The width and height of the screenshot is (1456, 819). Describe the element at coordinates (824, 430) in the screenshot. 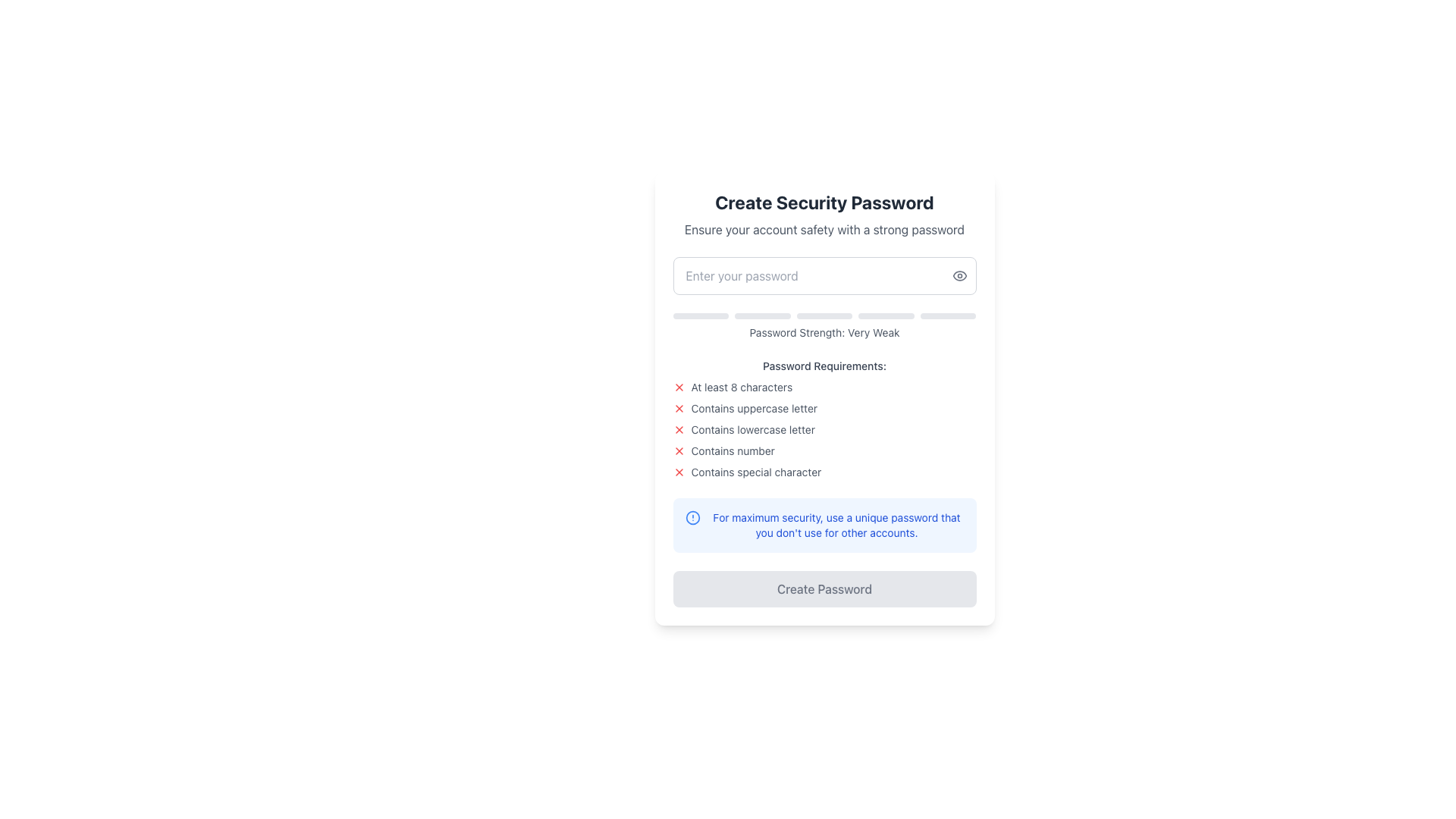

I see `the checklist item with the text 'Contains lowercase letter' and red 'X' icon, which indicates a non-fulfillment of a condition in the Password Requirements section` at that location.